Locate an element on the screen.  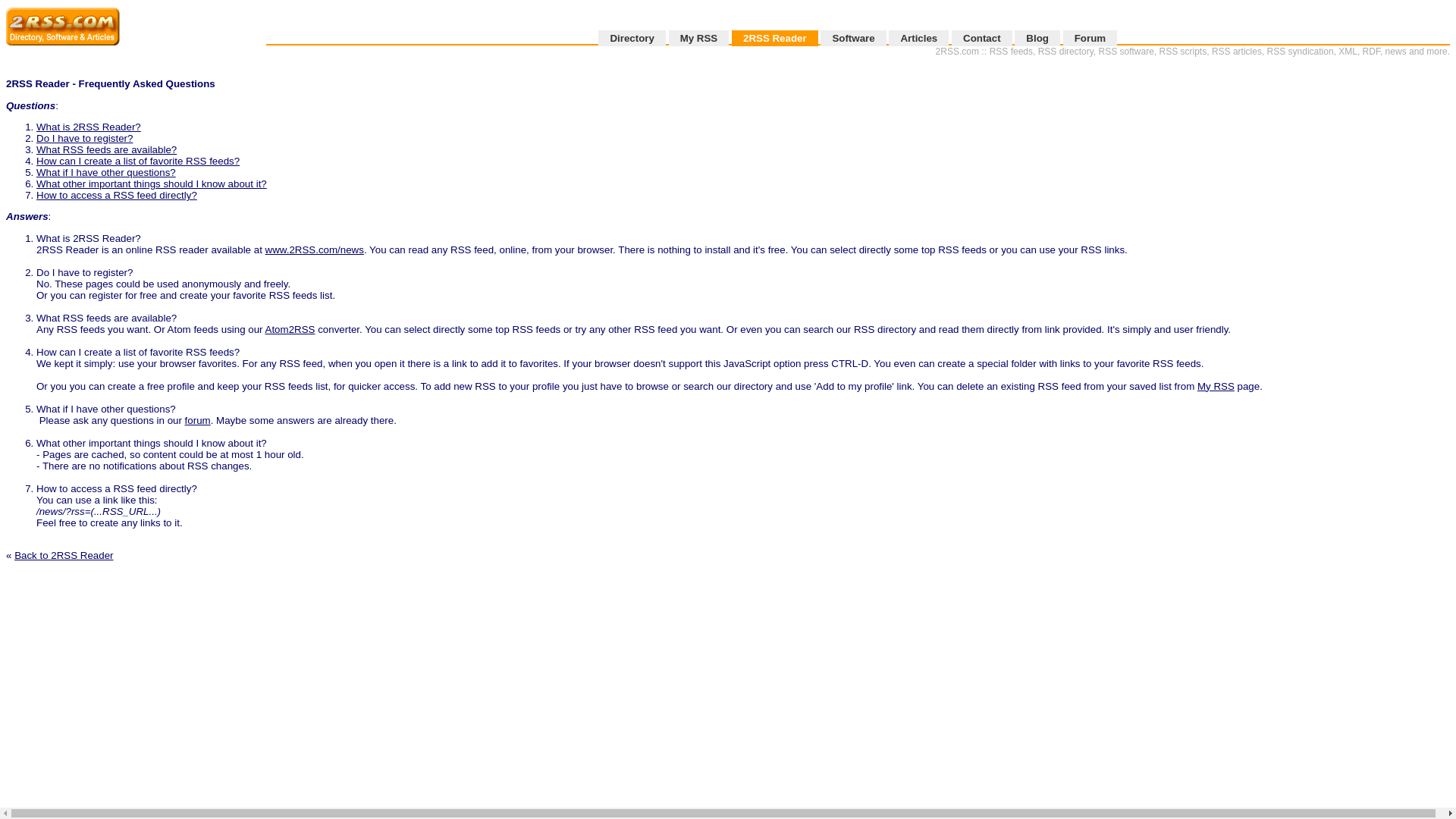
'forum' is located at coordinates (196, 420).